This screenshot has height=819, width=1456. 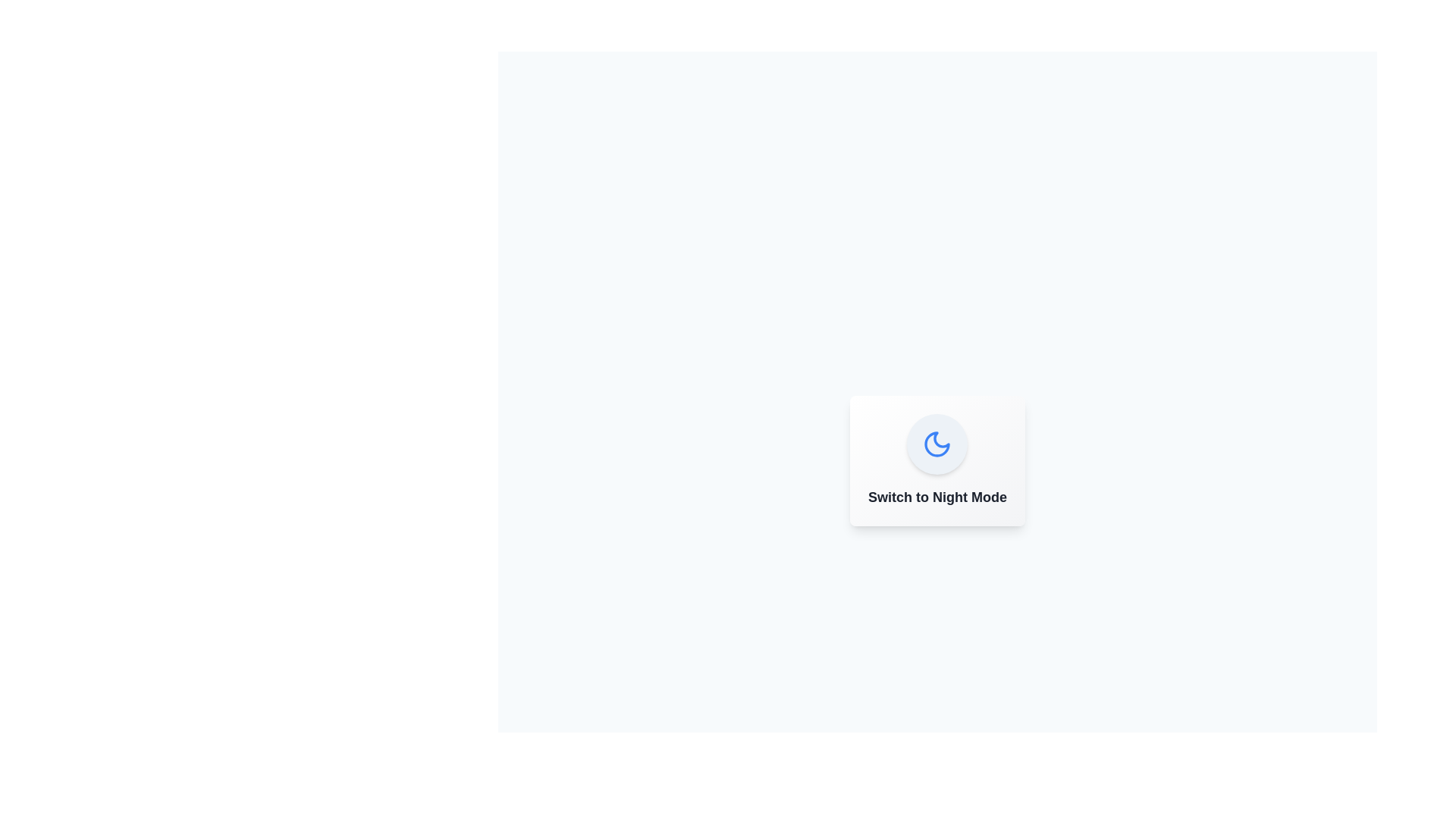 I want to click on the button to toggle the appearance mode, so click(x=937, y=444).